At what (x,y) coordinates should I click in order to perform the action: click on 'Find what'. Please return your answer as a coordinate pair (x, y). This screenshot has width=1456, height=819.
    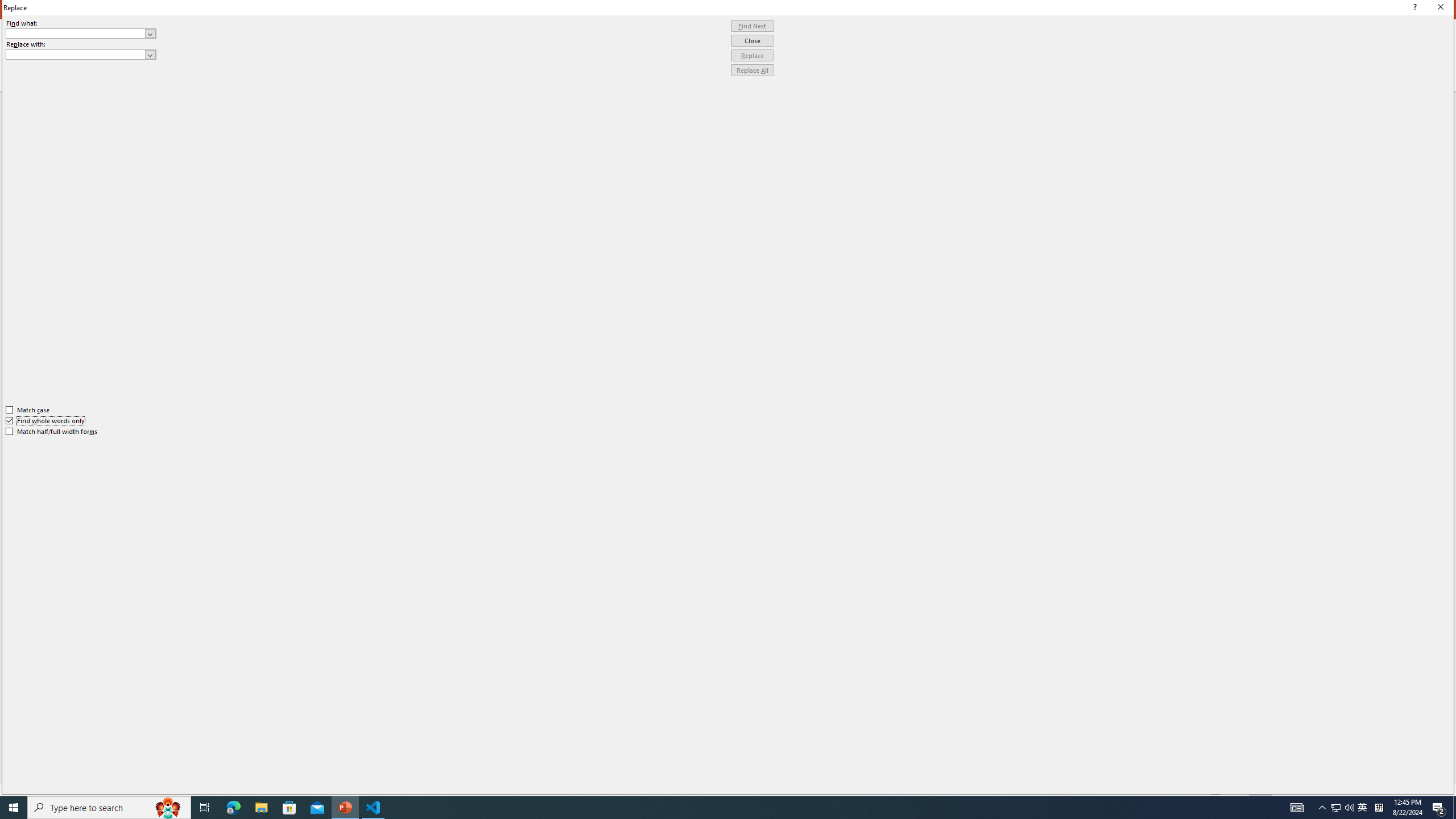
    Looking at the image, I should click on (76, 33).